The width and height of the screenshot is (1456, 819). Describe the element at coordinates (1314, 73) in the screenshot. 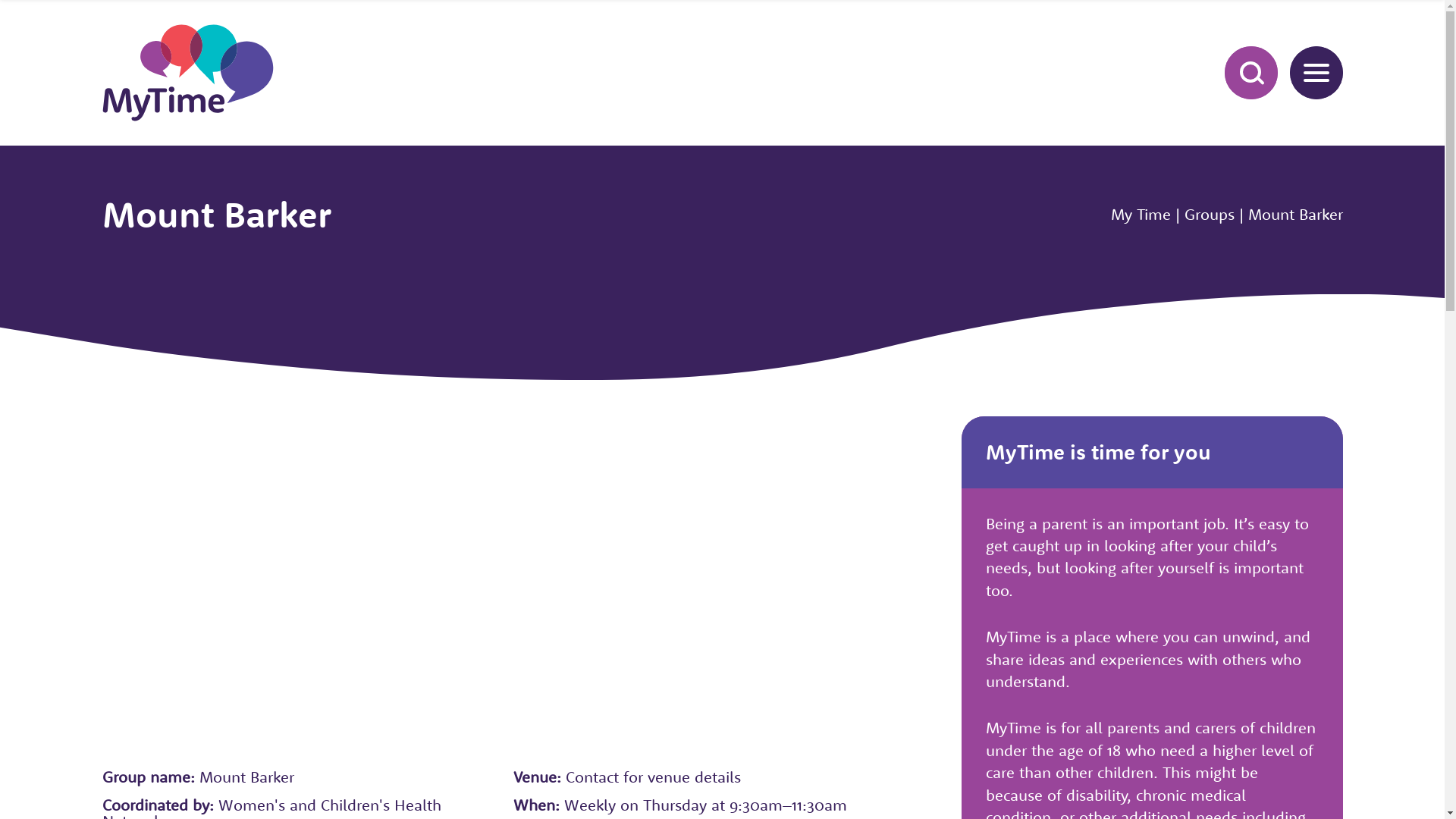

I see `'MENU'` at that location.